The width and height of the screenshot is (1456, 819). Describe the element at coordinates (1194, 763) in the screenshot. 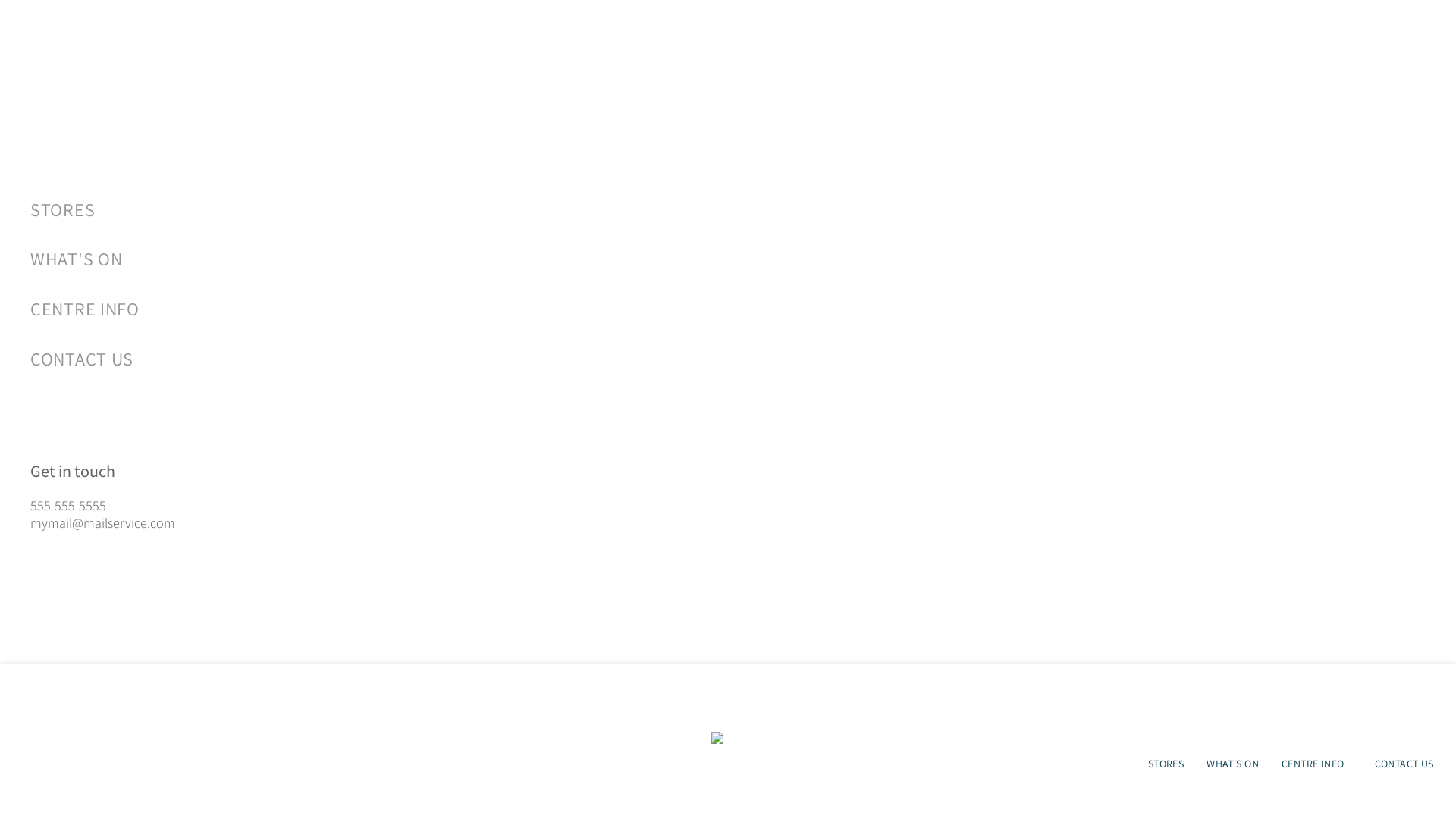

I see `'WHAT'S ON'` at that location.